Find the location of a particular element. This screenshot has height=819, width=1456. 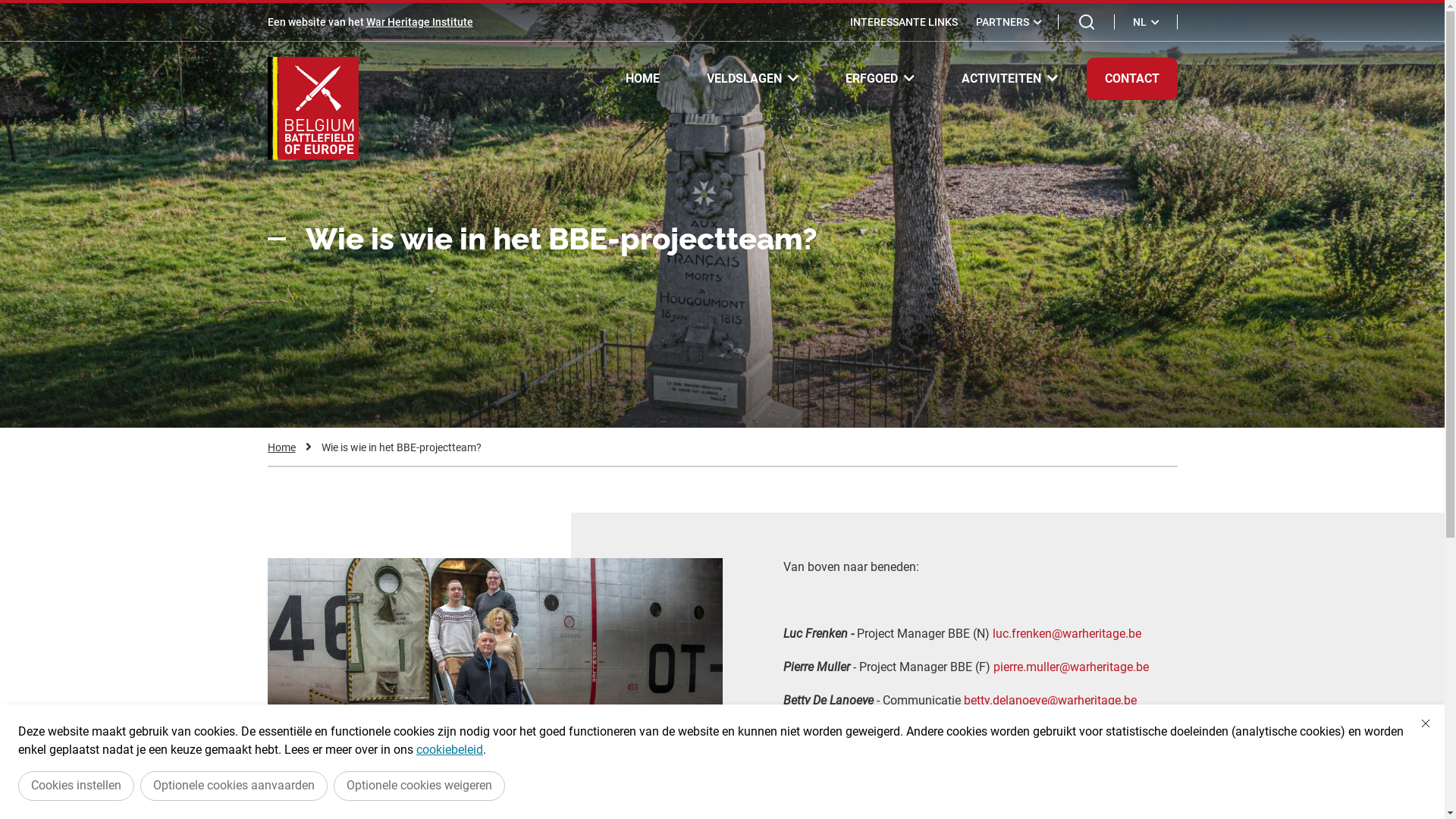

'Belgium Battlefield of Europe home page' is located at coordinates (312, 107).